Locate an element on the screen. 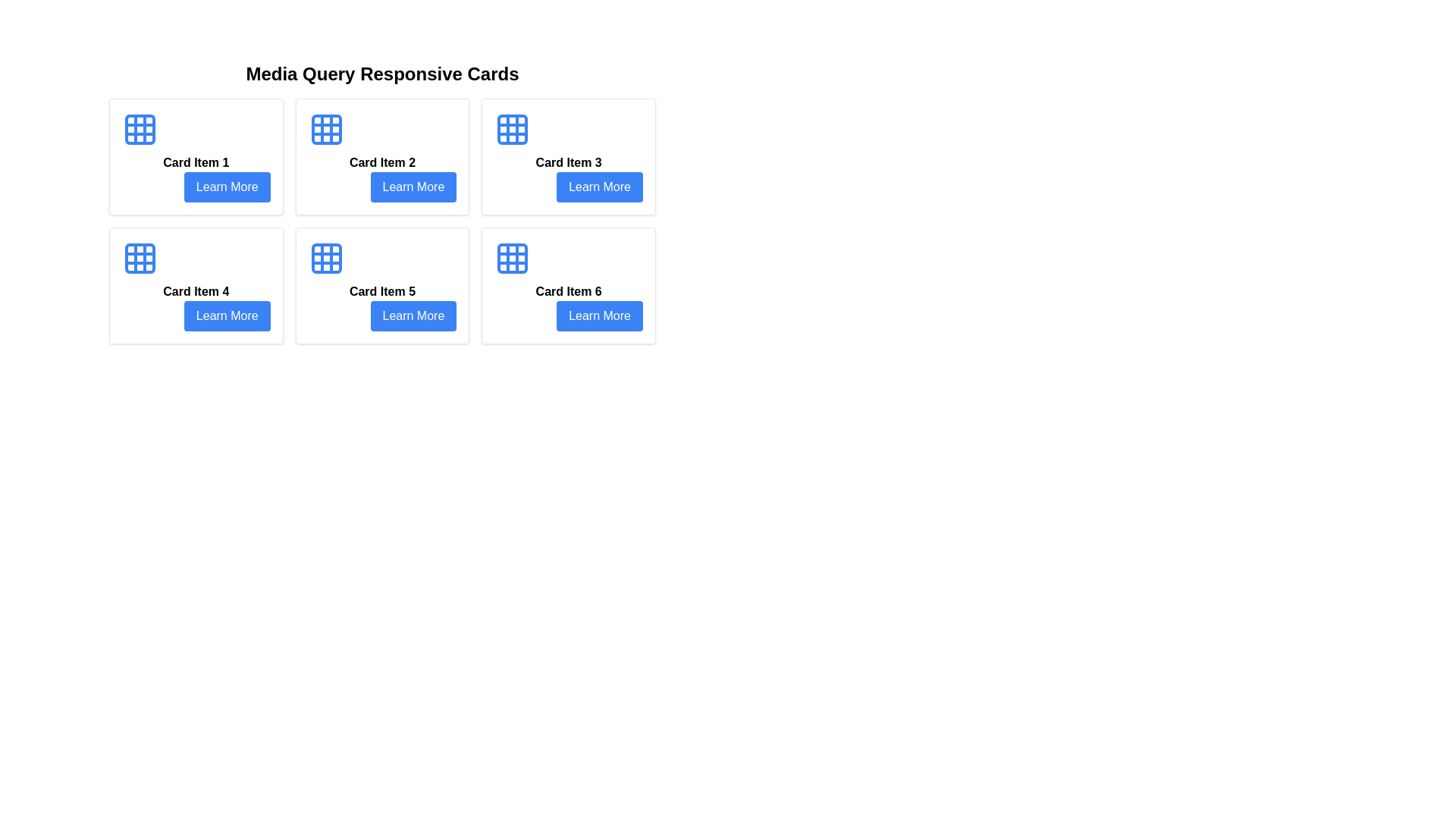  the small blue square with rounded edges located in the top-left cell of a 3x3 grid structure above 'Card Item 1' text is located at coordinates (140, 128).